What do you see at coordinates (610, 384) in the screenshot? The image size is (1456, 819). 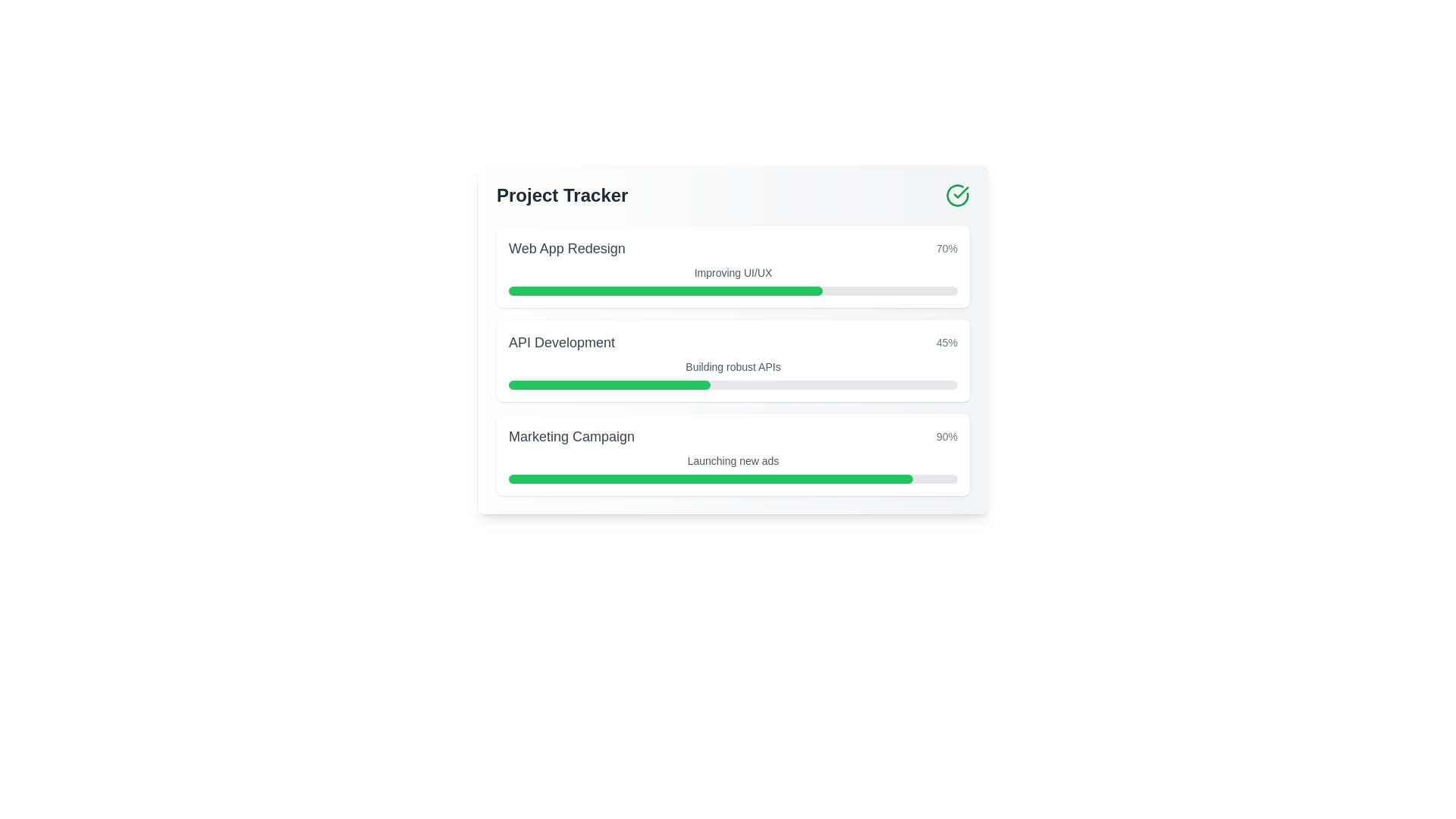 I see `the green progress bar segment representing progress in the 'API Development' section of the interface` at bounding box center [610, 384].